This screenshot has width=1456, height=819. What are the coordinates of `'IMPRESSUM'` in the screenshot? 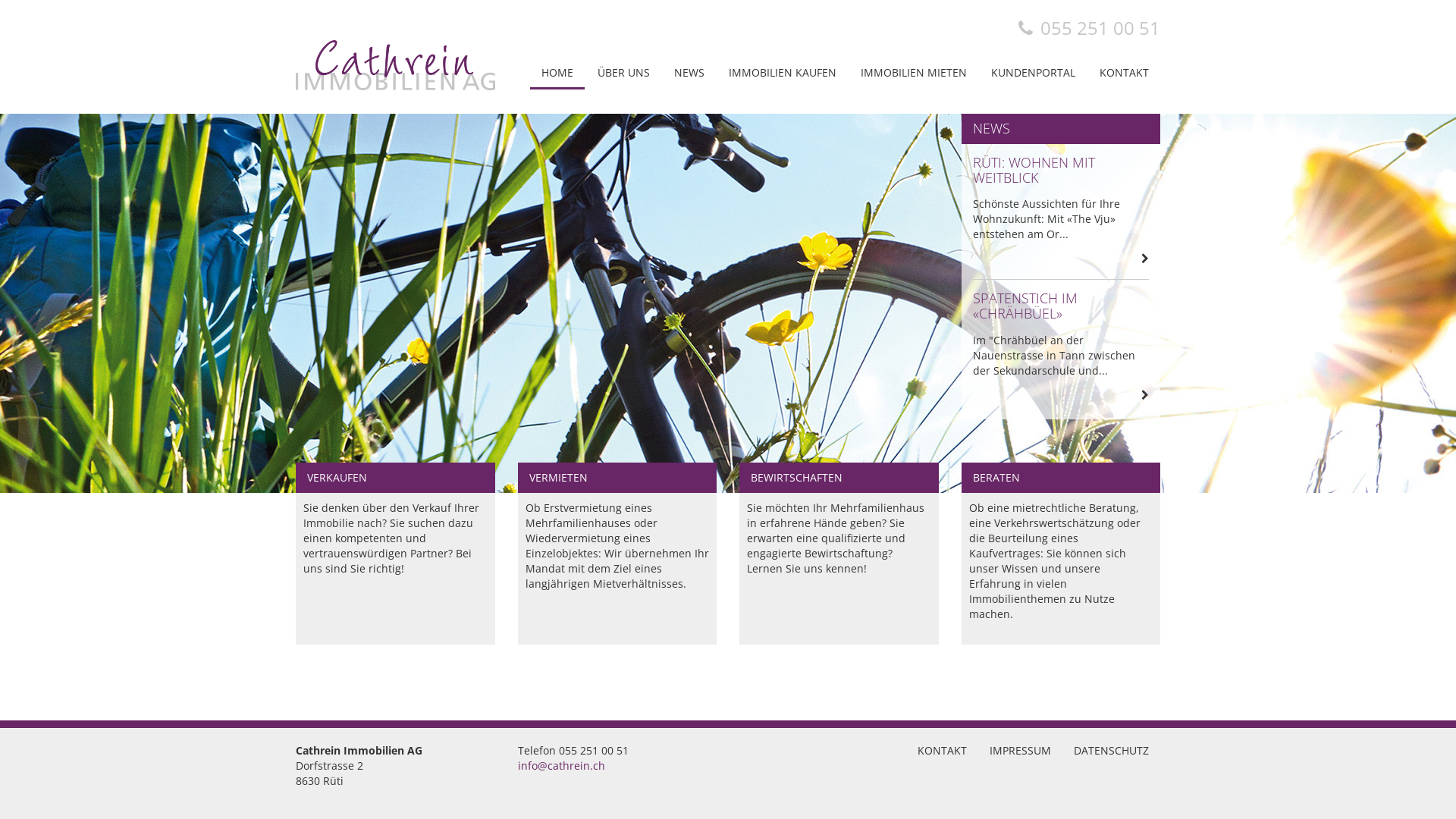 It's located at (1020, 751).